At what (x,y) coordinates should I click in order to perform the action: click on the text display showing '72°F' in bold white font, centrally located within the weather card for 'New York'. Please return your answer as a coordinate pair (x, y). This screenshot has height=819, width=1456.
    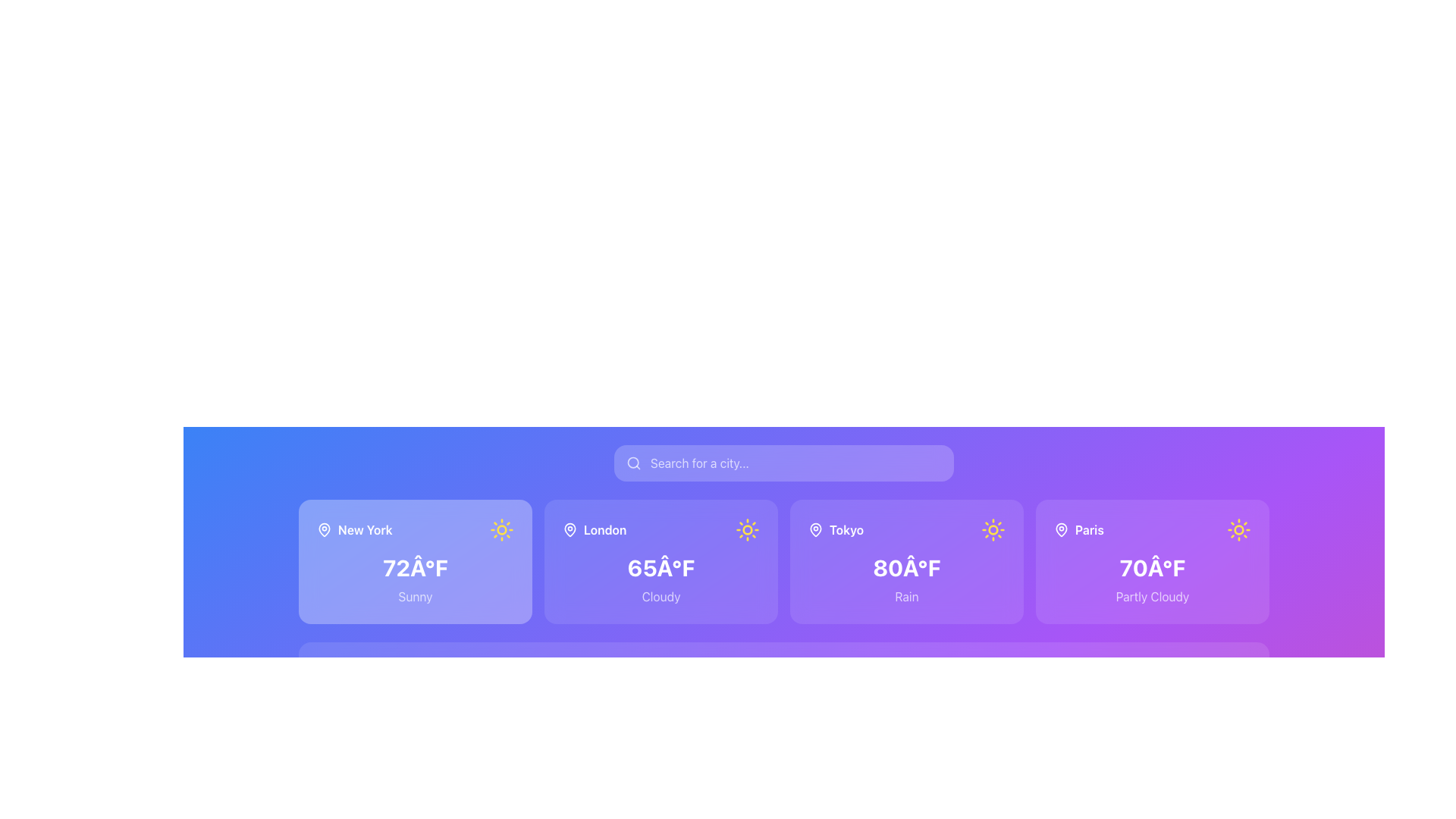
    Looking at the image, I should click on (415, 567).